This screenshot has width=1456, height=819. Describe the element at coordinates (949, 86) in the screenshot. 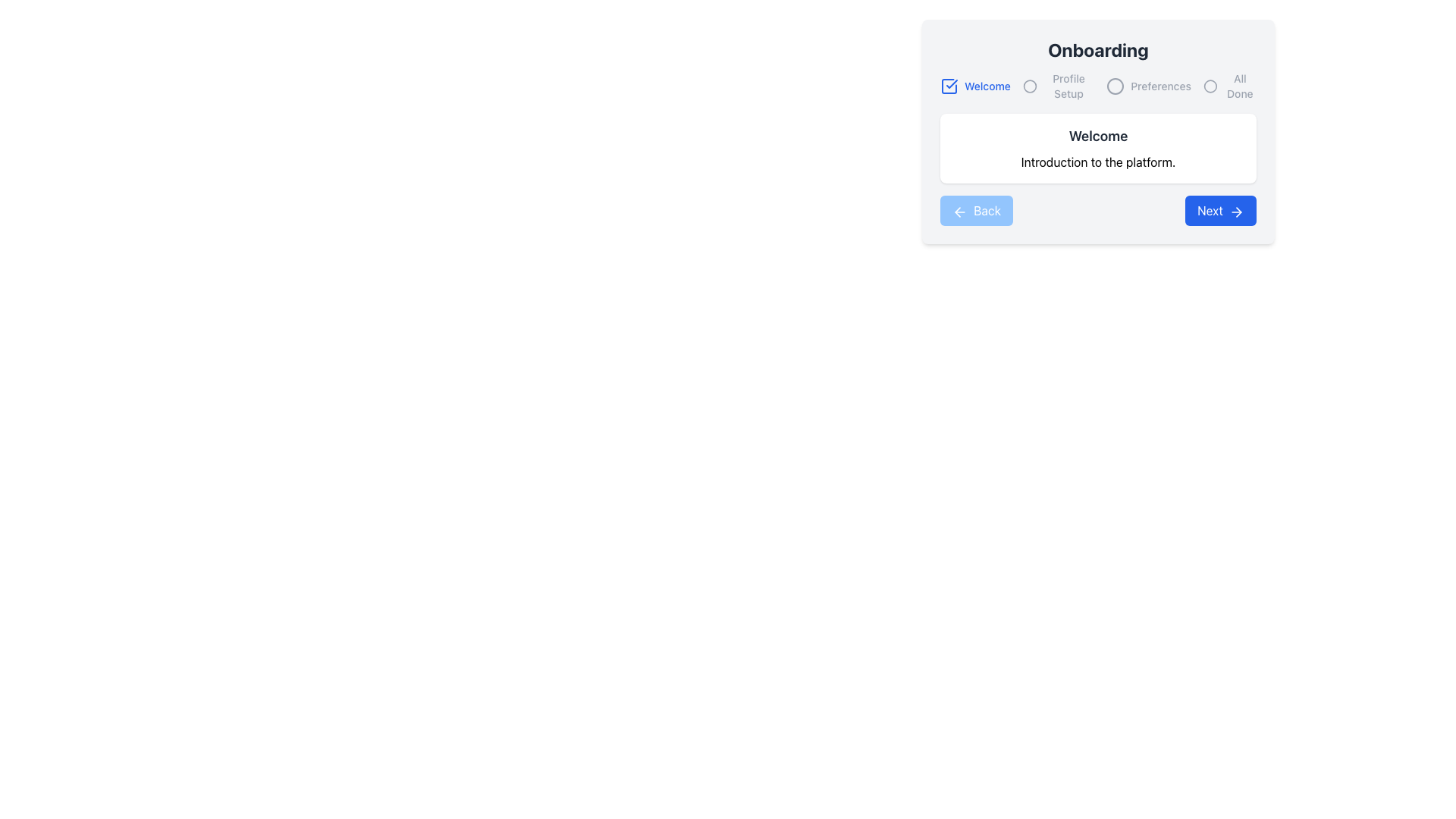

I see `the blue checkmark icon inside a rounded square located near the top left corner of the 'Welcome' section in the onboarding interface, to the left of the 'Welcome' text label` at that location.